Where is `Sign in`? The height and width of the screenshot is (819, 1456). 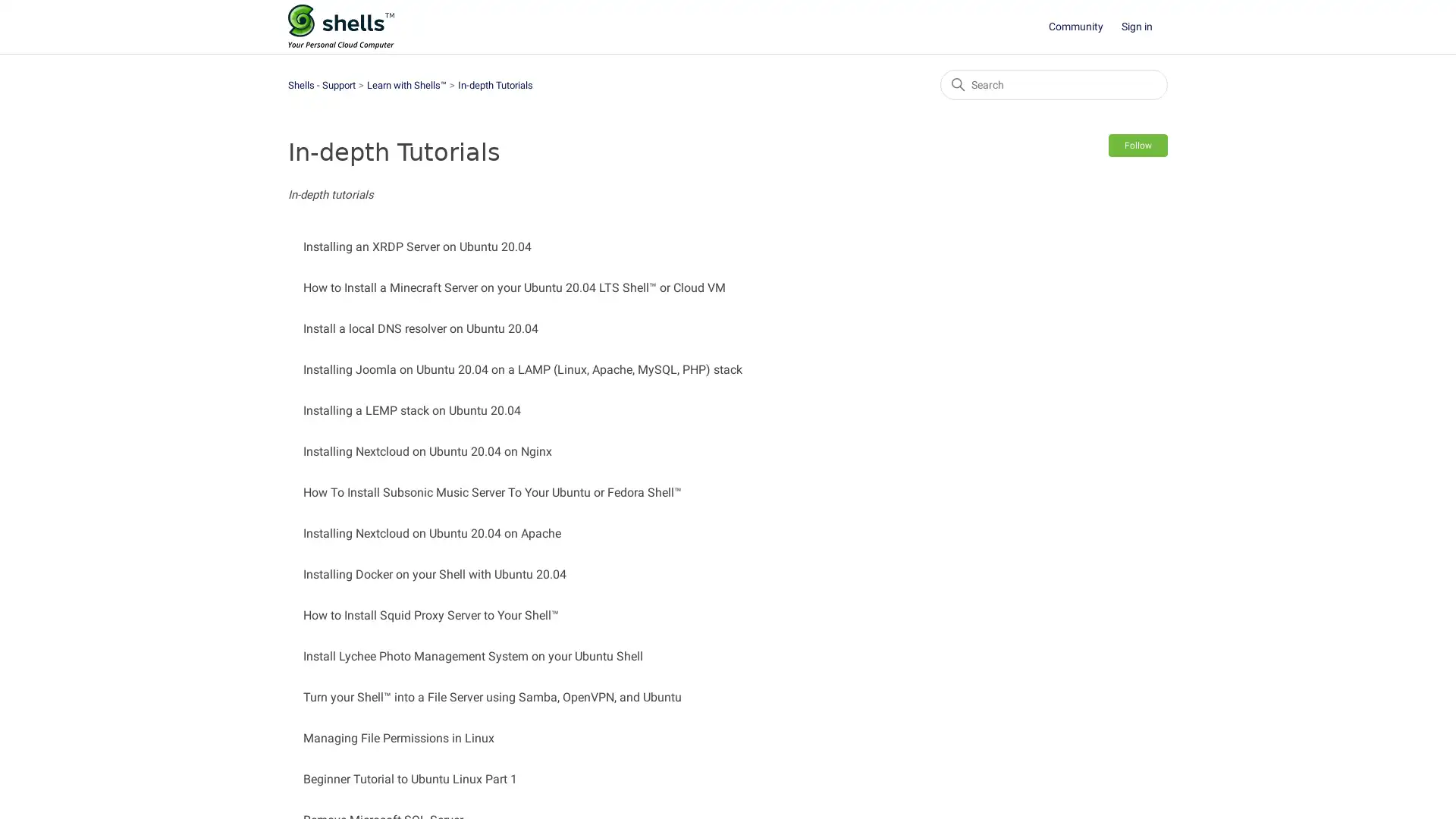
Sign in is located at coordinates (1144, 27).